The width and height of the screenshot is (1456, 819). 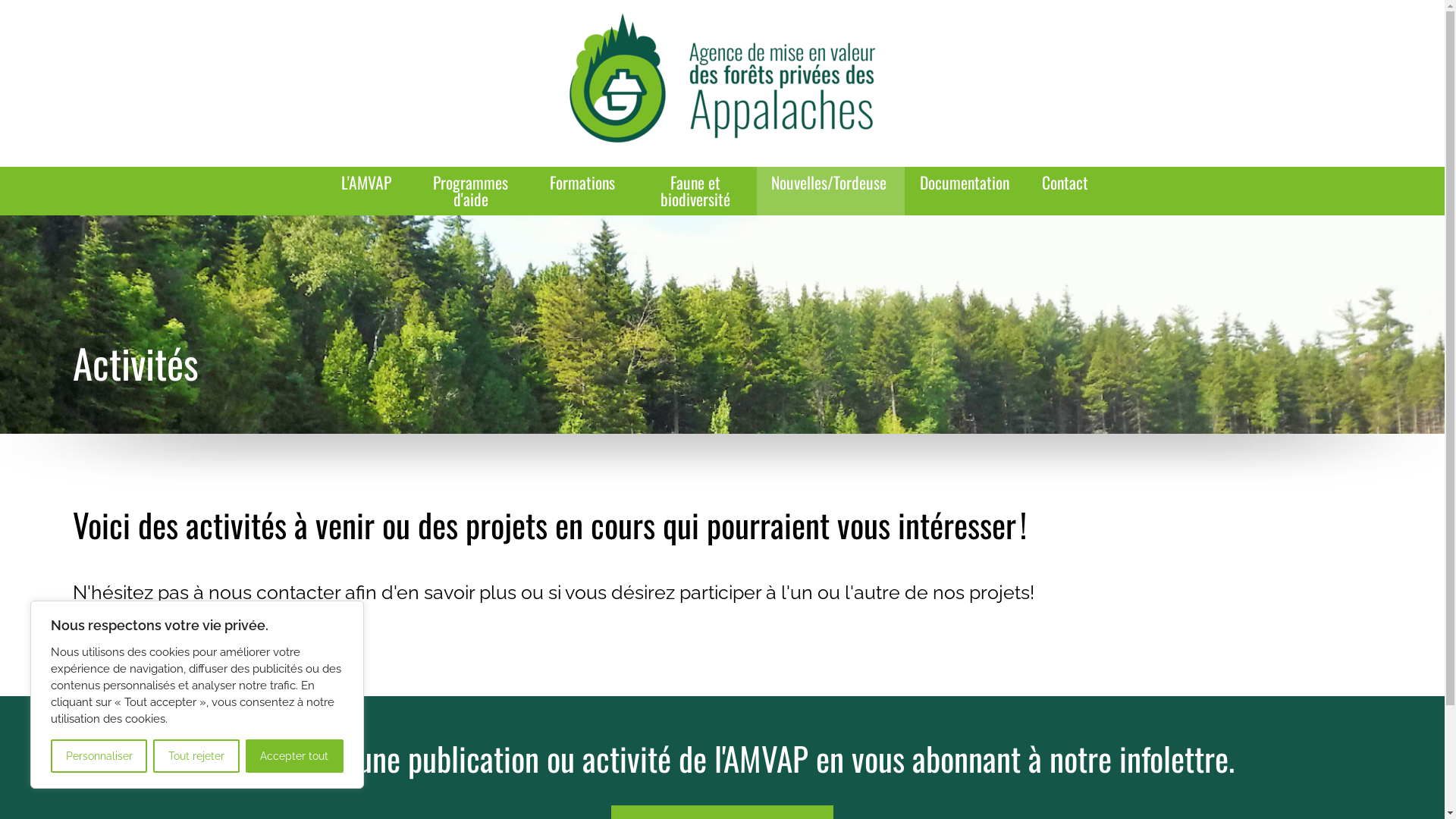 What do you see at coordinates (583, 181) in the screenshot?
I see `'Formations'` at bounding box center [583, 181].